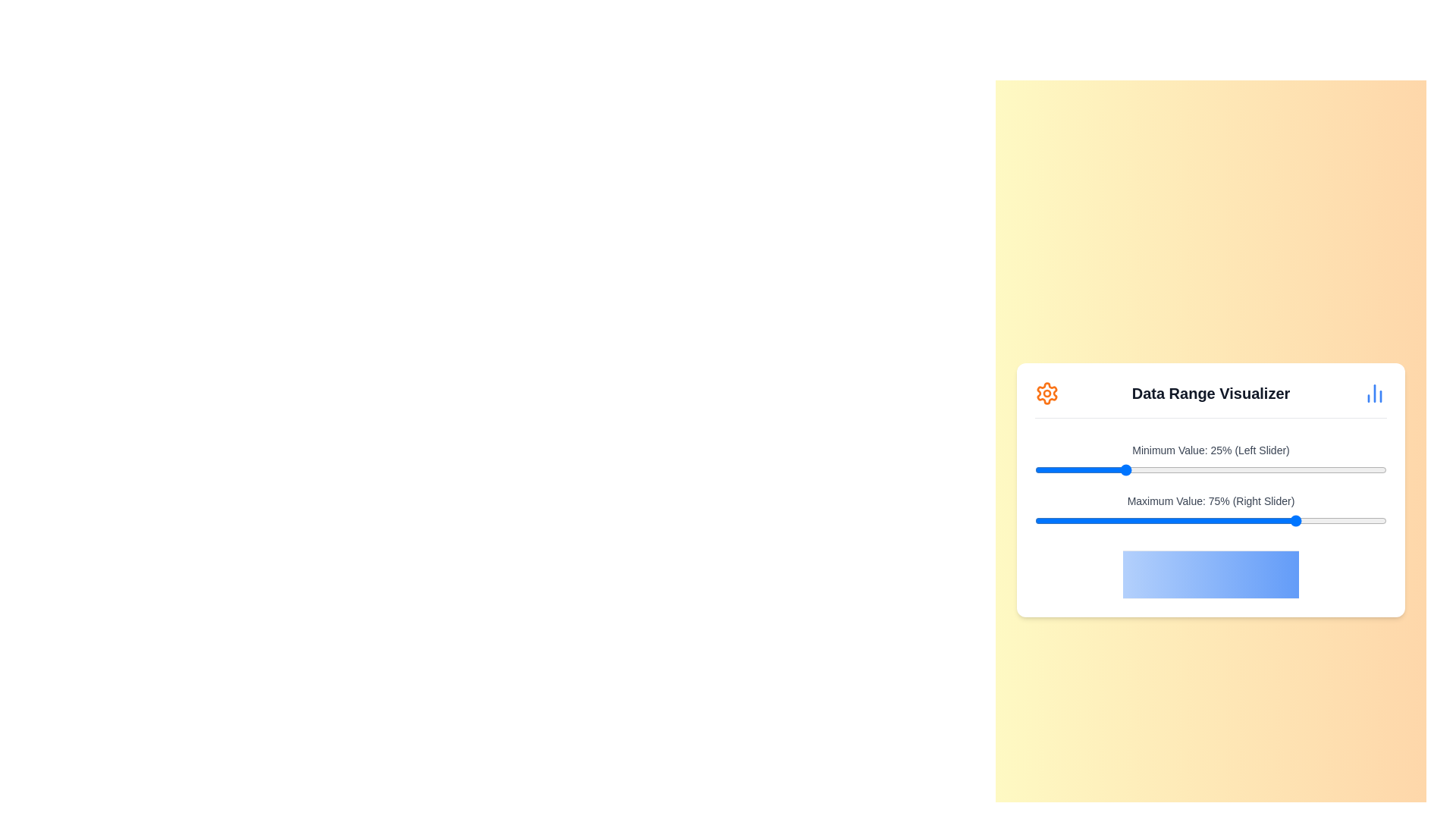 The image size is (1456, 819). What do you see at coordinates (1242, 469) in the screenshot?
I see `the left slider` at bounding box center [1242, 469].